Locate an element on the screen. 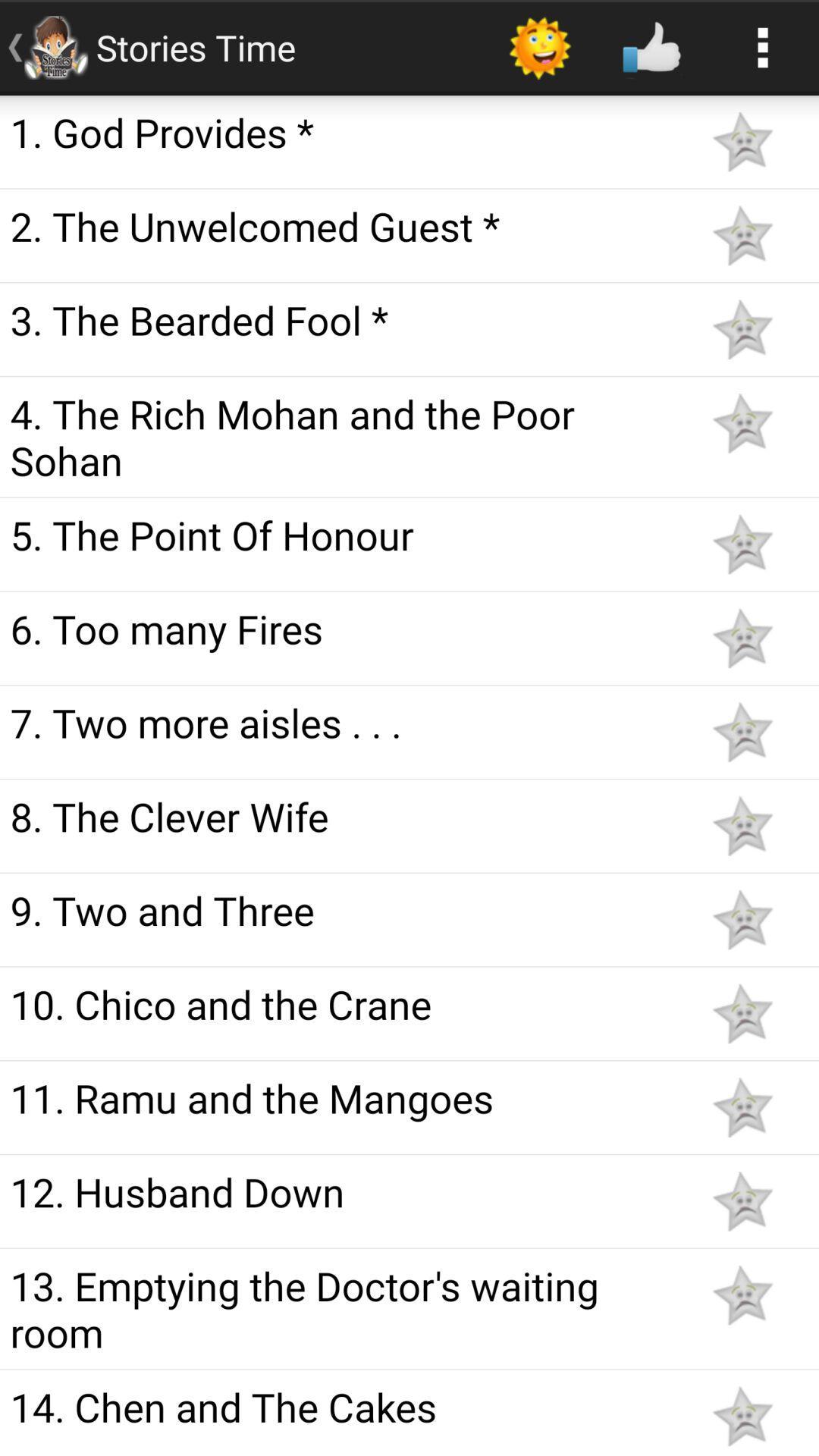 The image size is (819, 1456). as bookmark is located at coordinates (742, 544).